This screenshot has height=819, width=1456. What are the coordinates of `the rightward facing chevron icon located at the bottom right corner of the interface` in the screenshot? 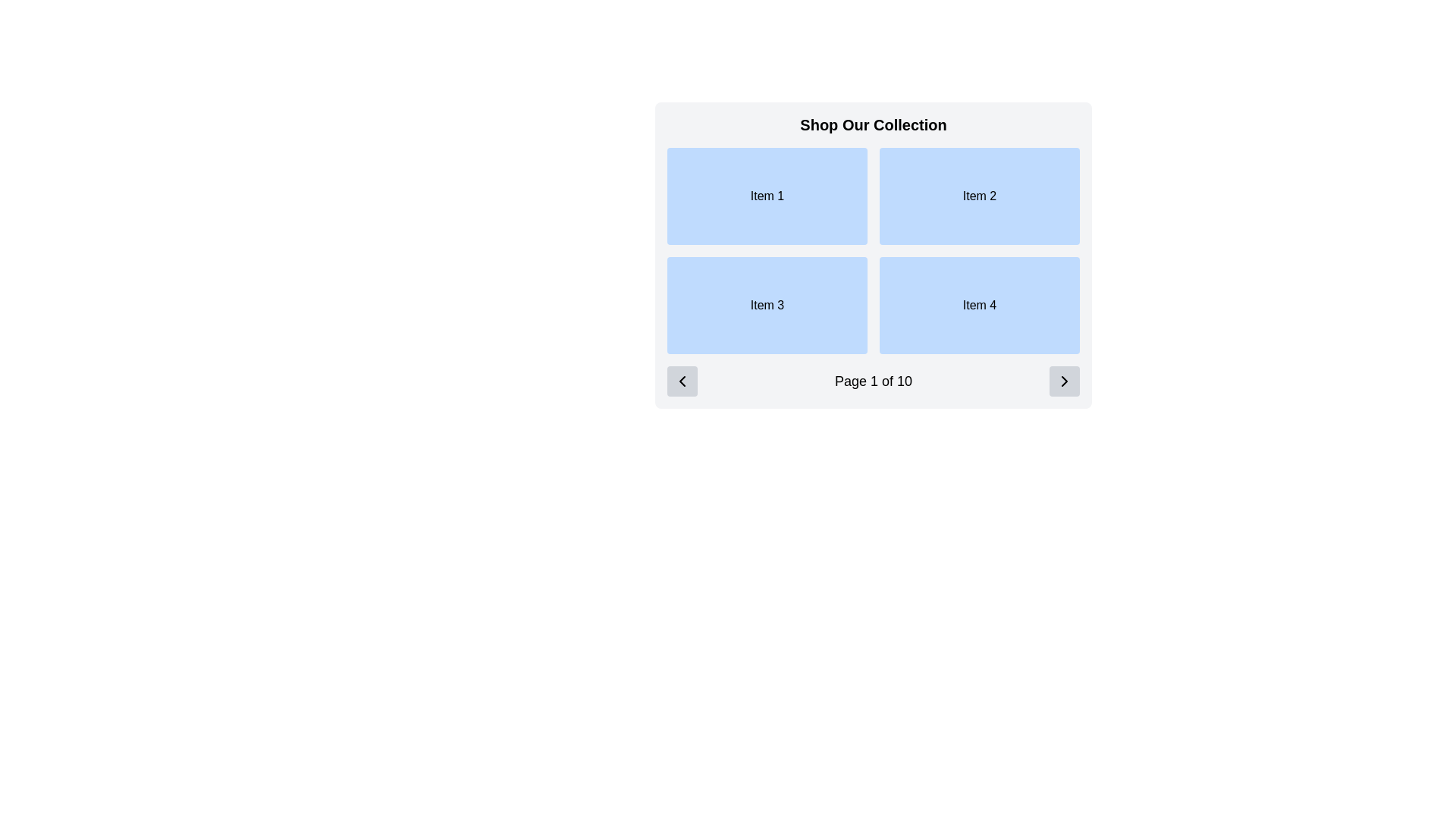 It's located at (1063, 380).